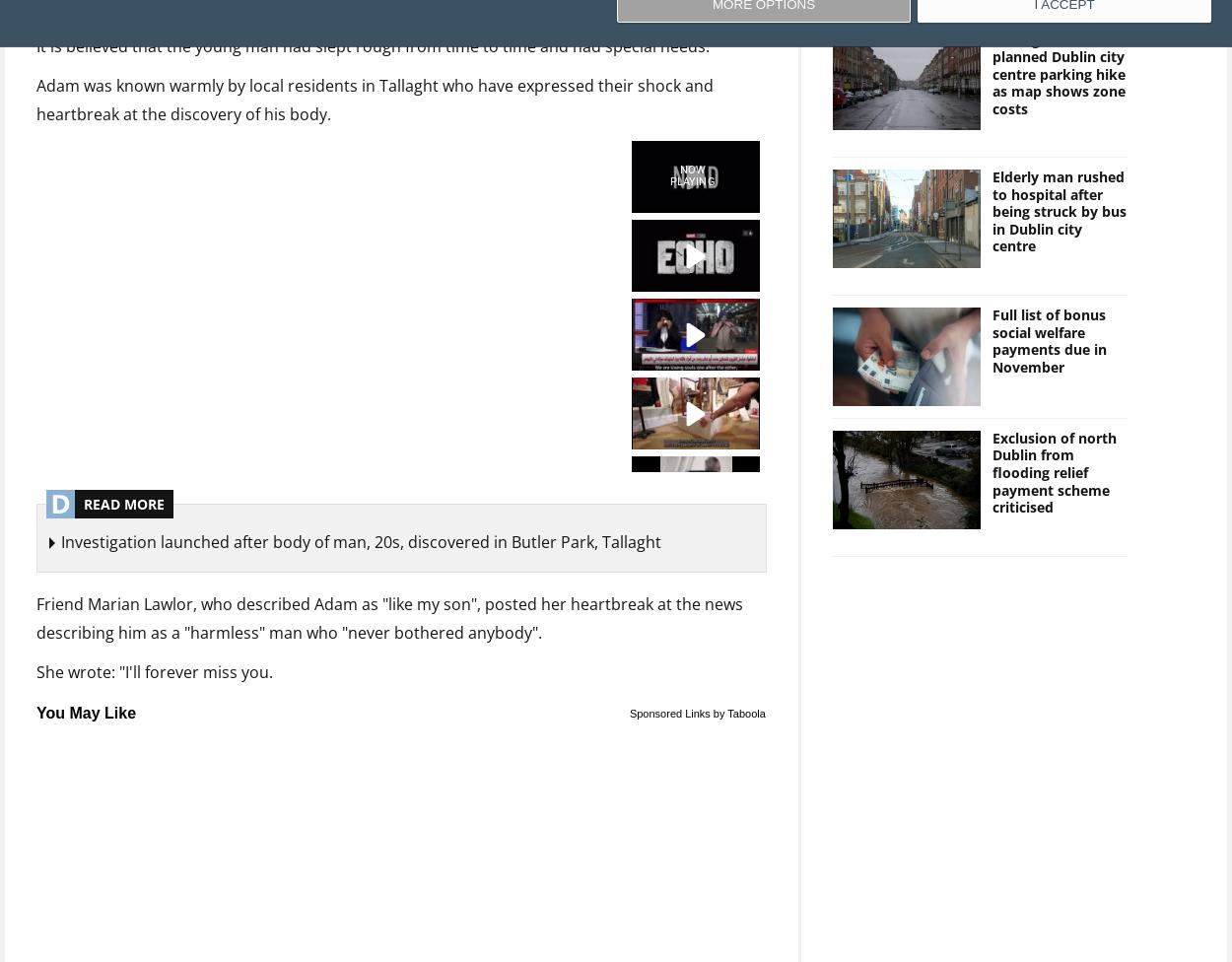 Image resolution: width=1232 pixels, height=962 pixels. Describe the element at coordinates (389, 616) in the screenshot. I see `'Friend Marian Lawlor, who described Adam as "like my son", posted her heartbreak at the news describing him as a "harmless" man who "never bothered anybody".'` at that location.